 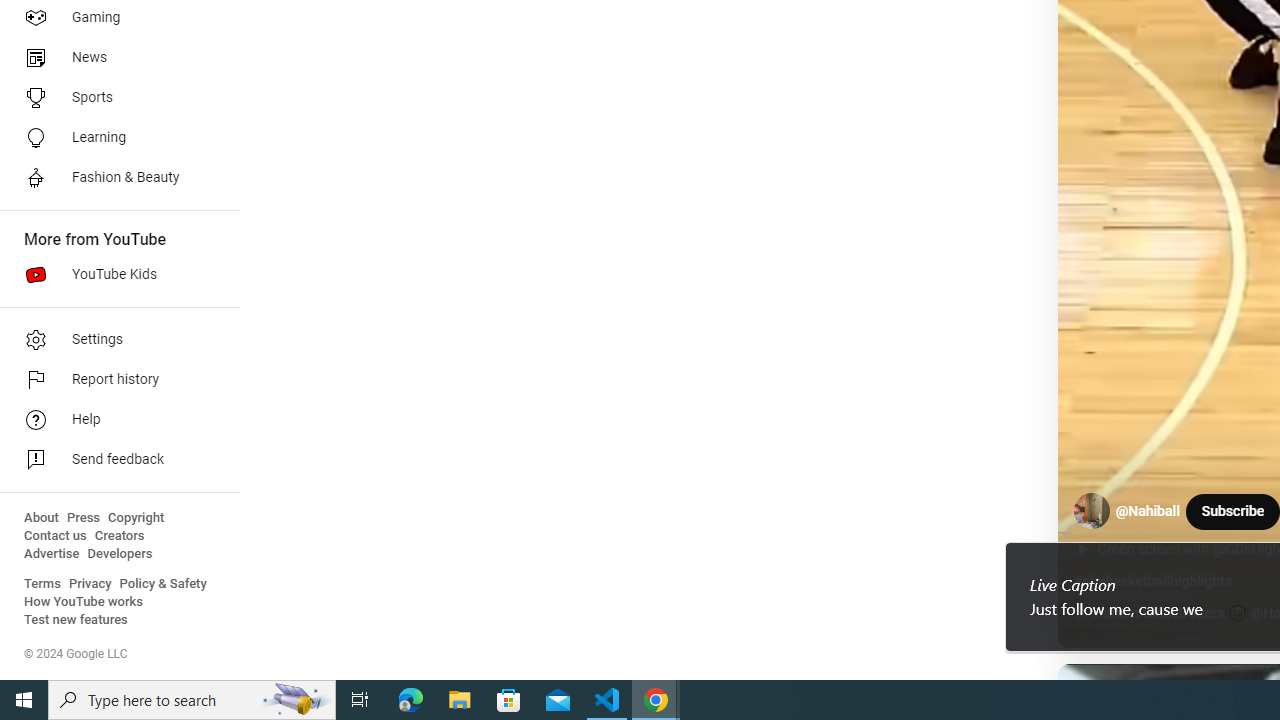 I want to click on 'Contact us', so click(x=55, y=535).